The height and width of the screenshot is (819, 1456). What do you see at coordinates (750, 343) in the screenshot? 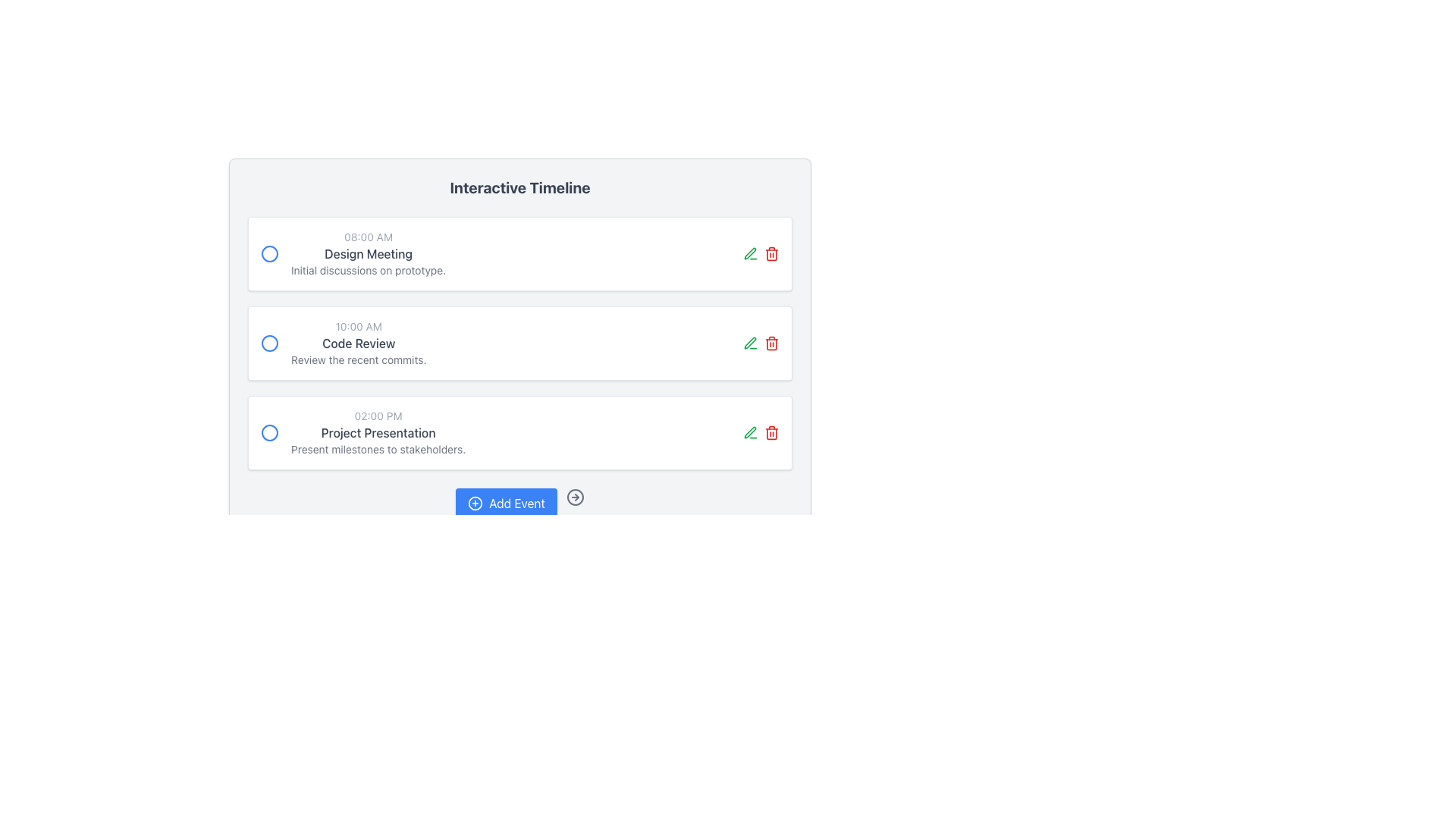
I see `the edit icon button located beside the middle event at 10:00 AM on its right-hand side to initiate the edit action` at bounding box center [750, 343].